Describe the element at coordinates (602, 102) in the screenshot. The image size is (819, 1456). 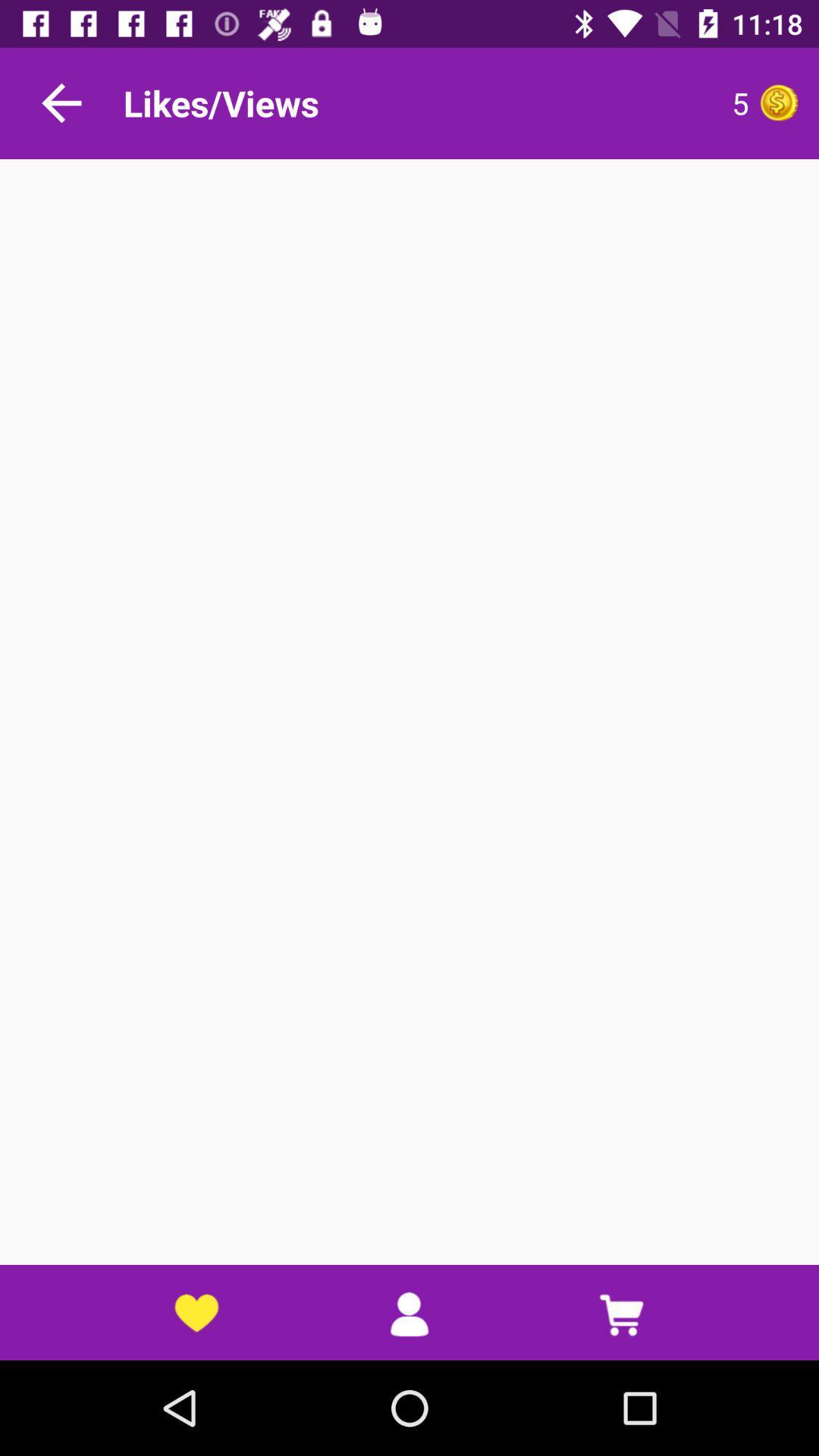
I see `5` at that location.